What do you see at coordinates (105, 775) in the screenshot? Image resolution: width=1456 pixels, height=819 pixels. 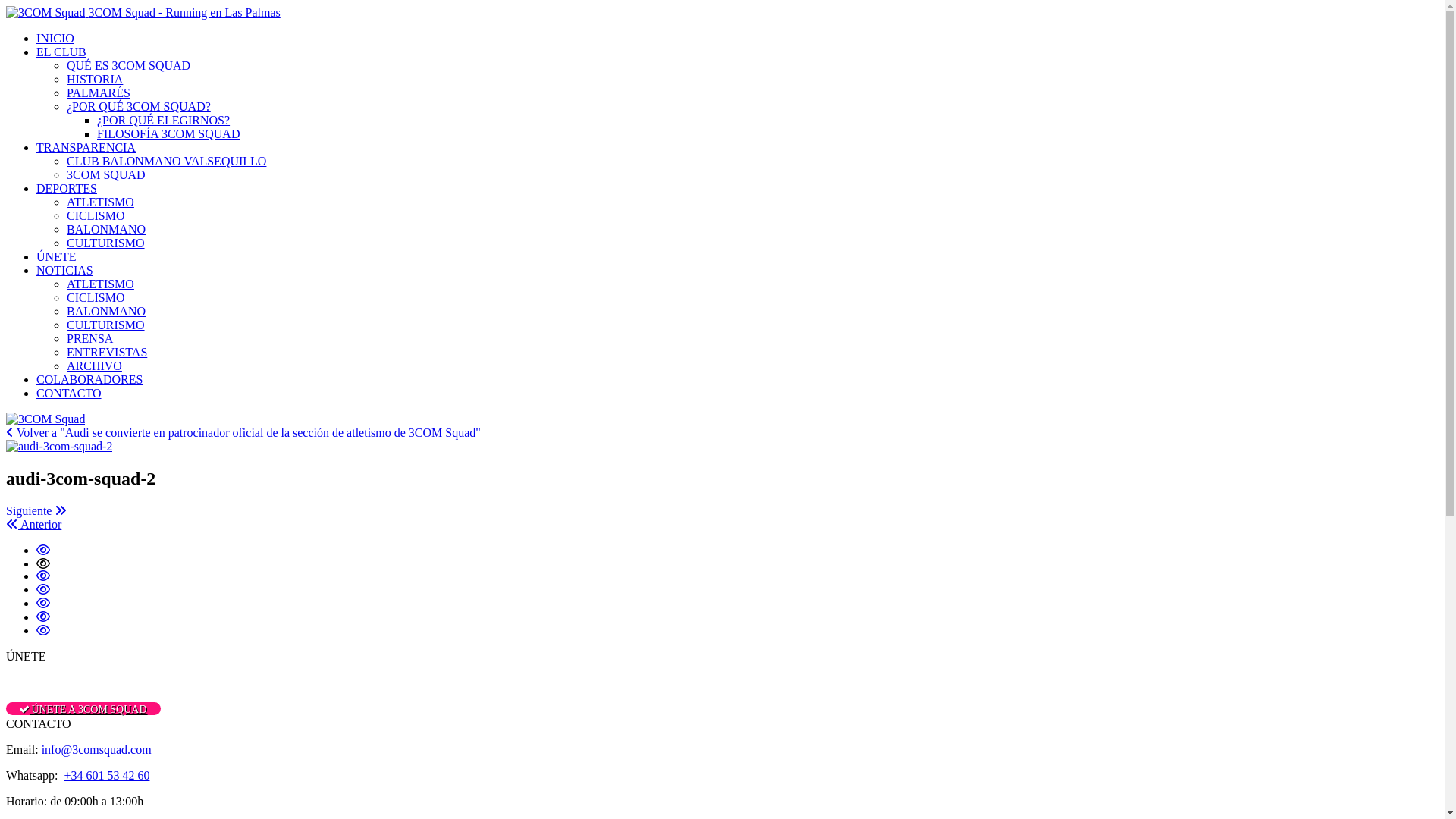 I see `'+34 601 53 42 60'` at bounding box center [105, 775].